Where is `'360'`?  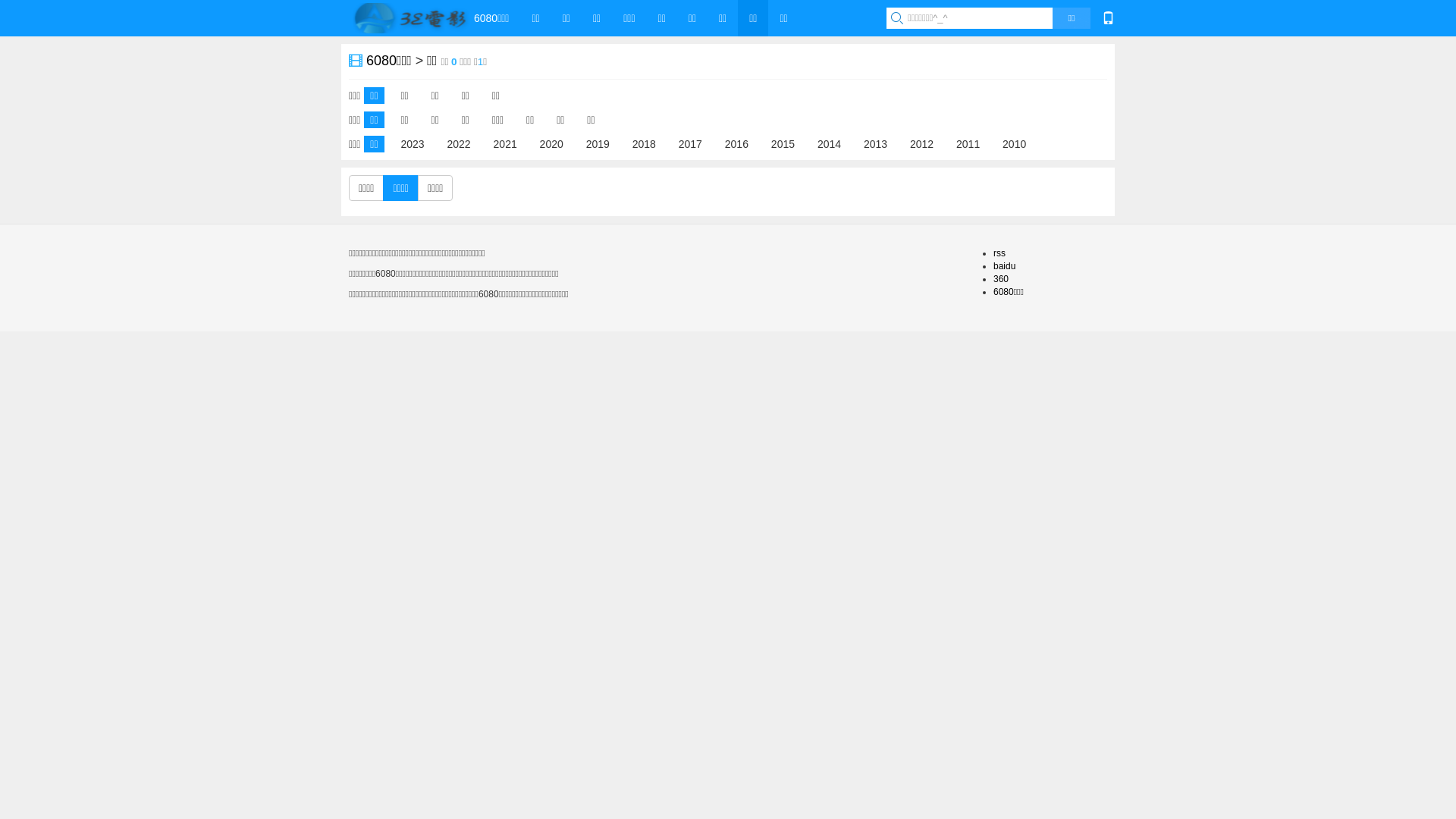 '360' is located at coordinates (1001, 278).